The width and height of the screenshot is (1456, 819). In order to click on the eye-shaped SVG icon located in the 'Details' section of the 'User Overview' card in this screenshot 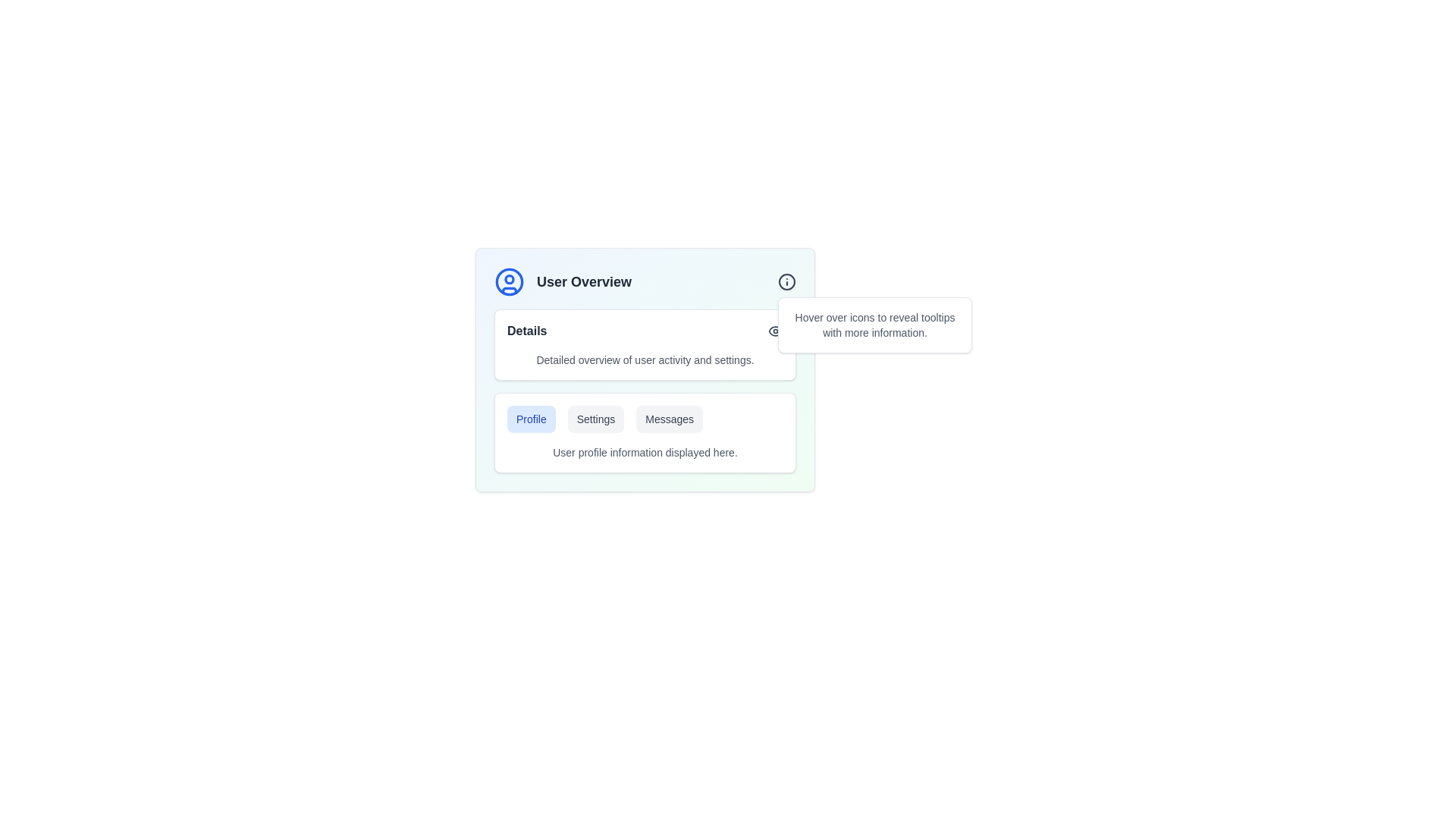, I will do `click(775, 330)`.